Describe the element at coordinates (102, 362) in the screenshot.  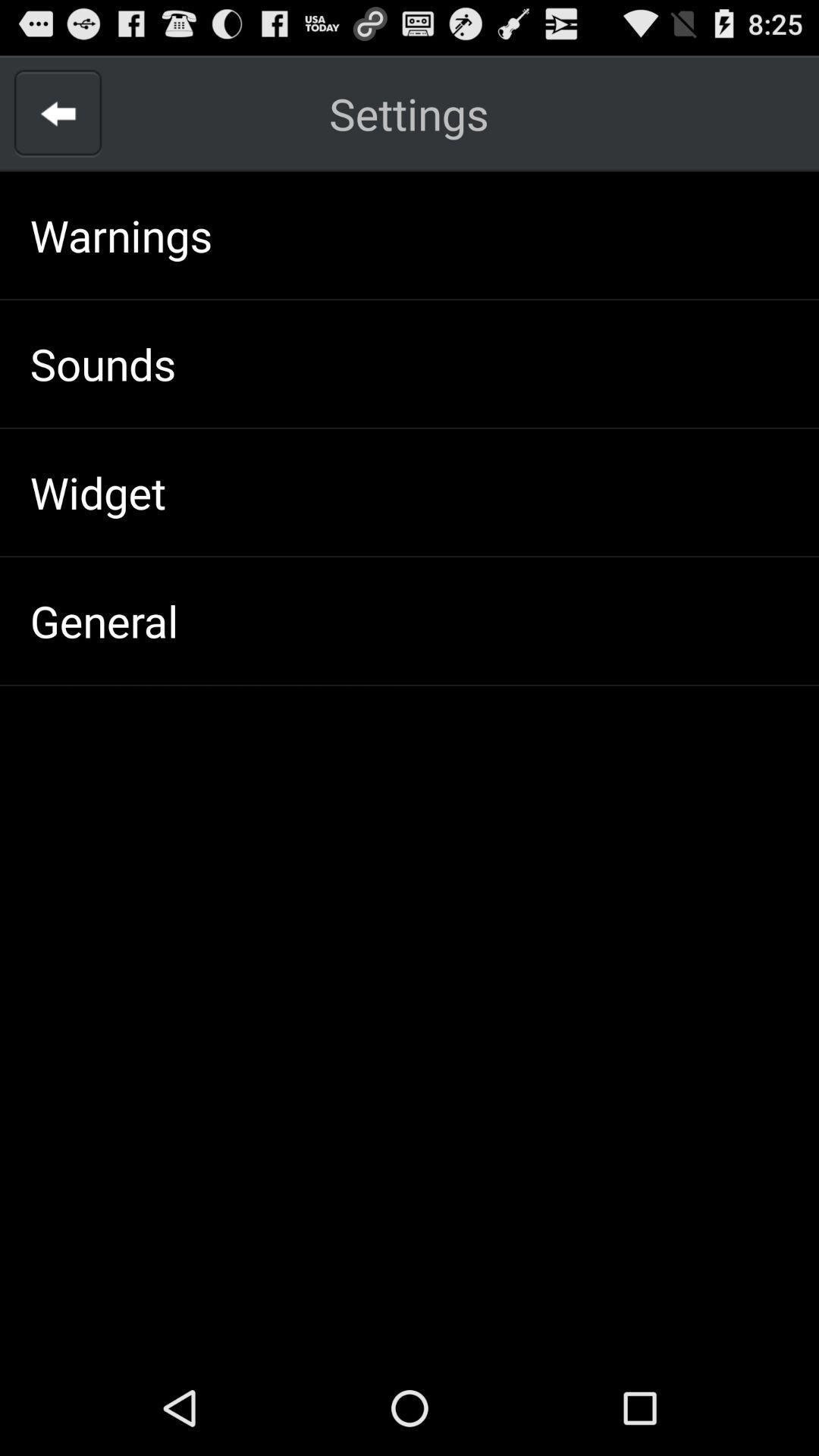
I see `icon below warnings app` at that location.